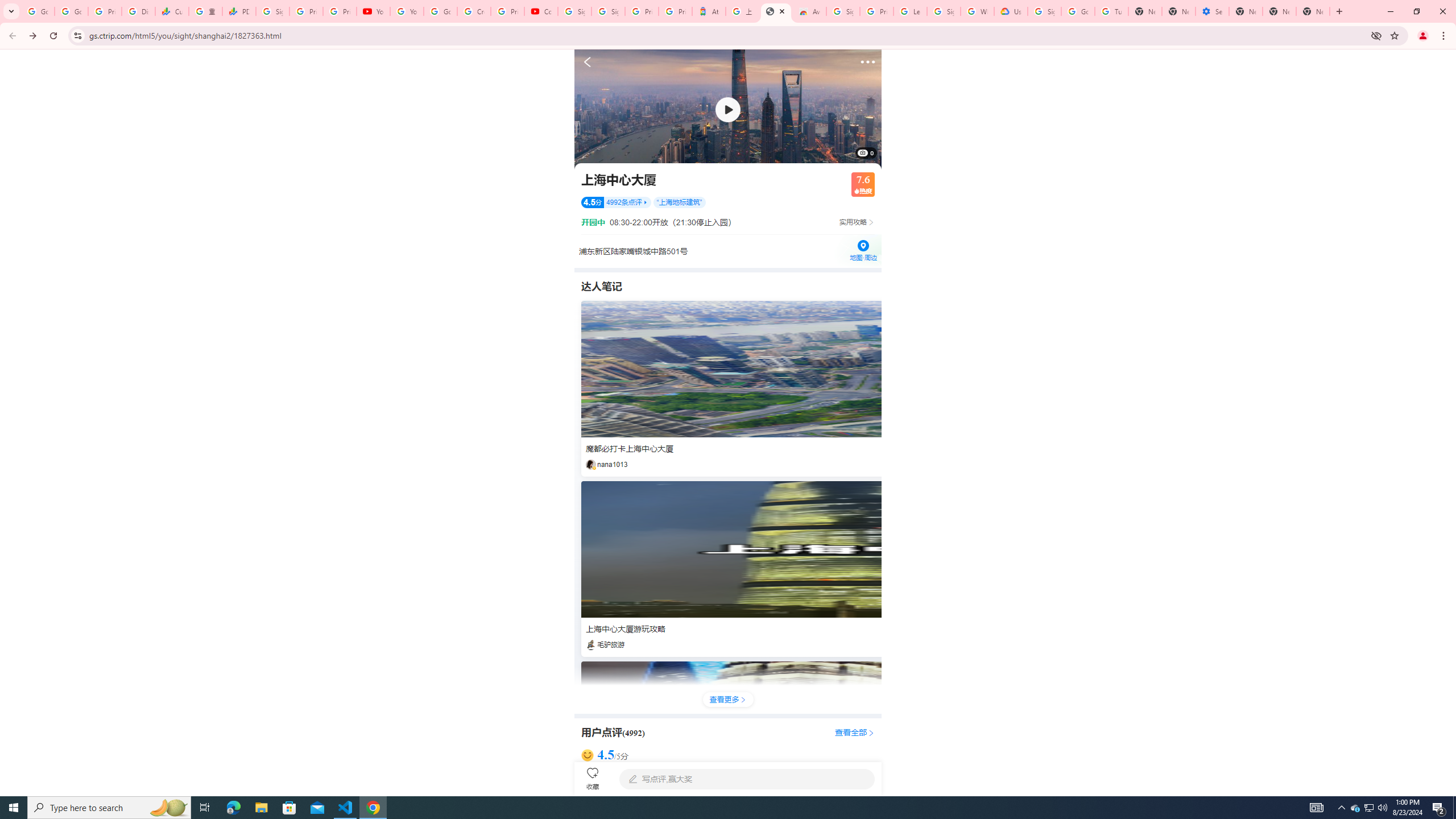 This screenshot has height=819, width=1456. What do you see at coordinates (976, 11) in the screenshot?
I see `'Who are Google'` at bounding box center [976, 11].